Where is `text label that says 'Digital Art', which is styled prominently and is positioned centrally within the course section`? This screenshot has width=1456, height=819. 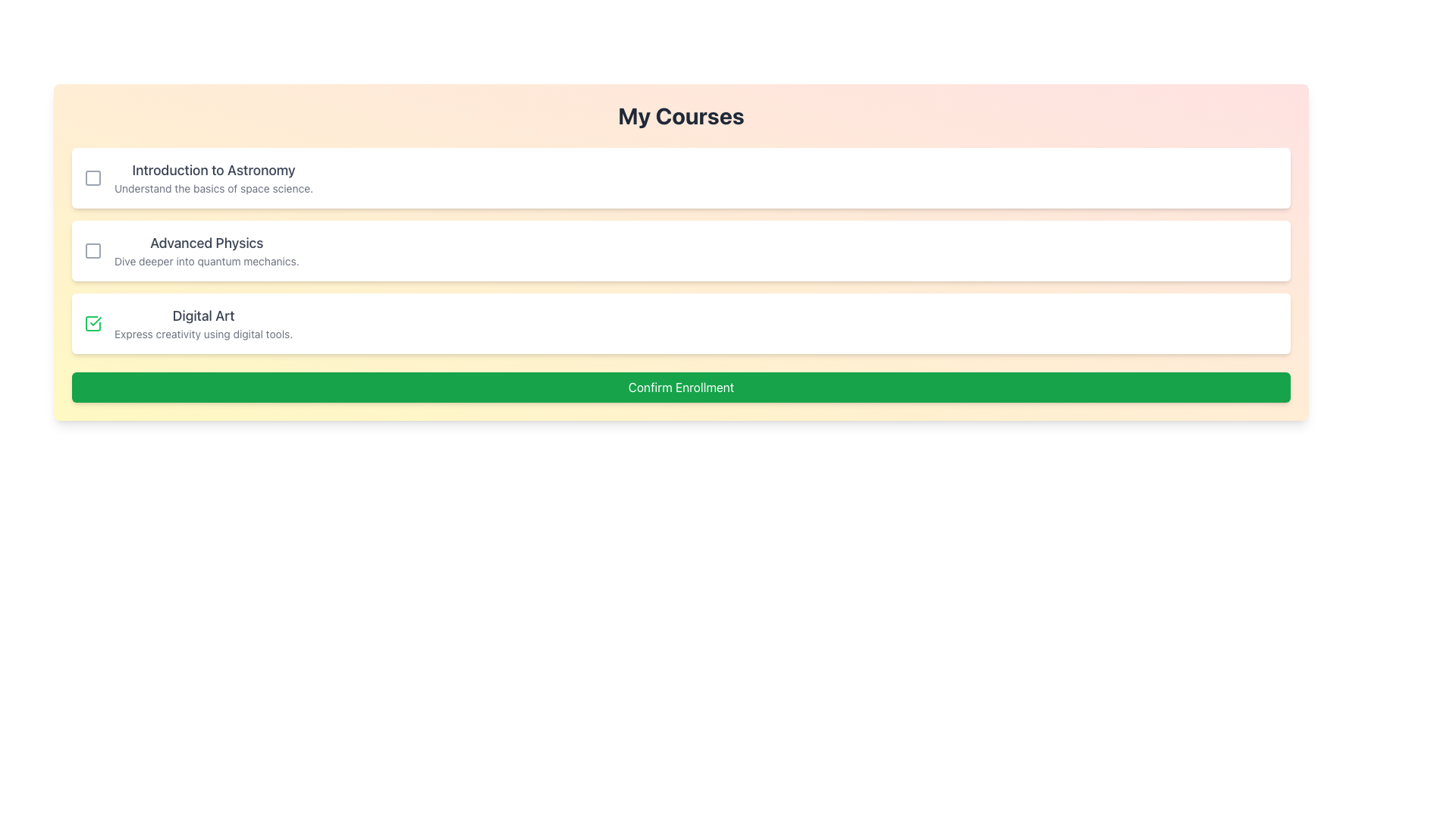
text label that says 'Digital Art', which is styled prominently and is positioned centrally within the course section is located at coordinates (202, 315).